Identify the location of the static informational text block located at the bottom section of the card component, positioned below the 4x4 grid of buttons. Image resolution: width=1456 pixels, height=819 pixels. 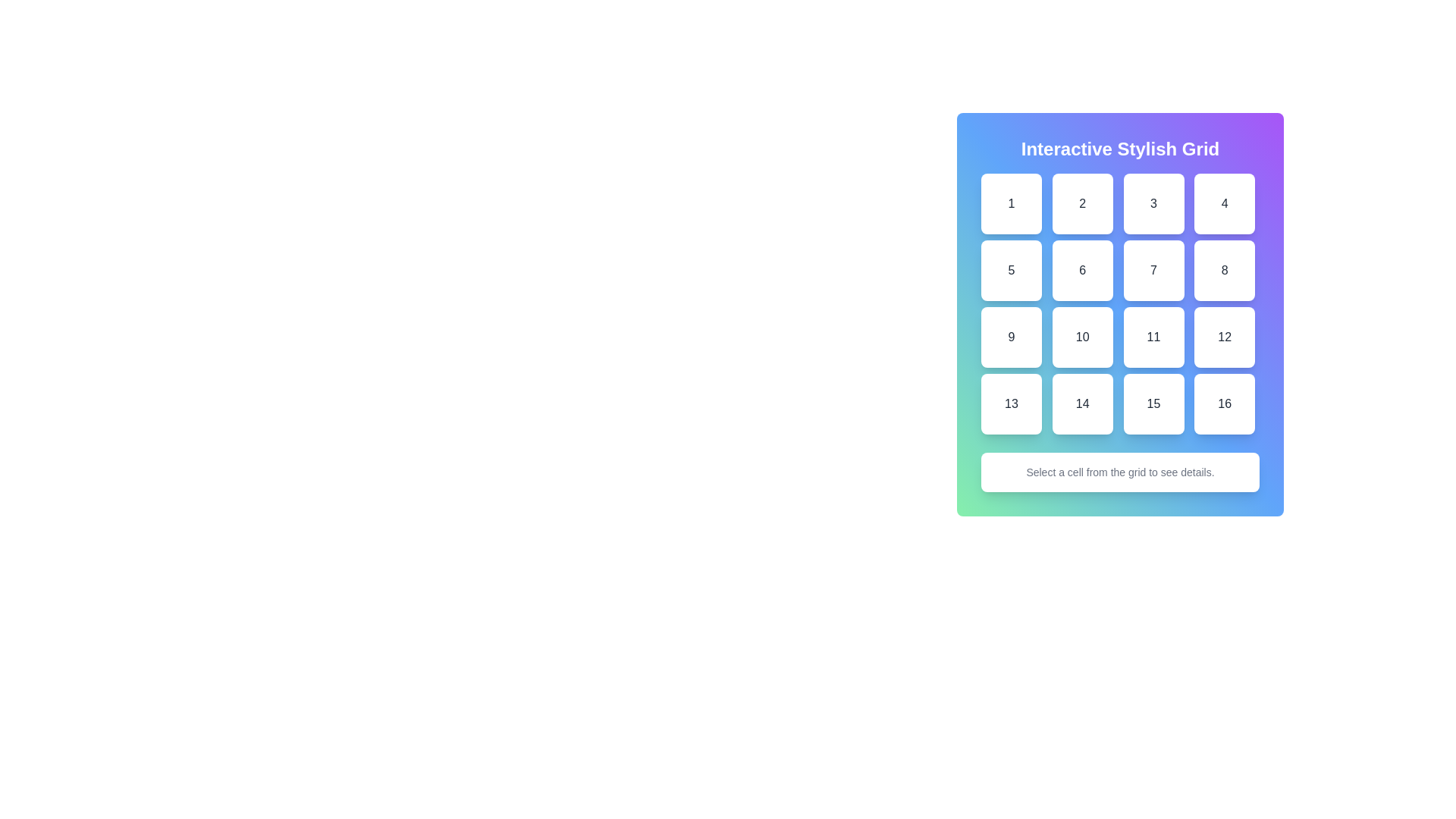
(1120, 472).